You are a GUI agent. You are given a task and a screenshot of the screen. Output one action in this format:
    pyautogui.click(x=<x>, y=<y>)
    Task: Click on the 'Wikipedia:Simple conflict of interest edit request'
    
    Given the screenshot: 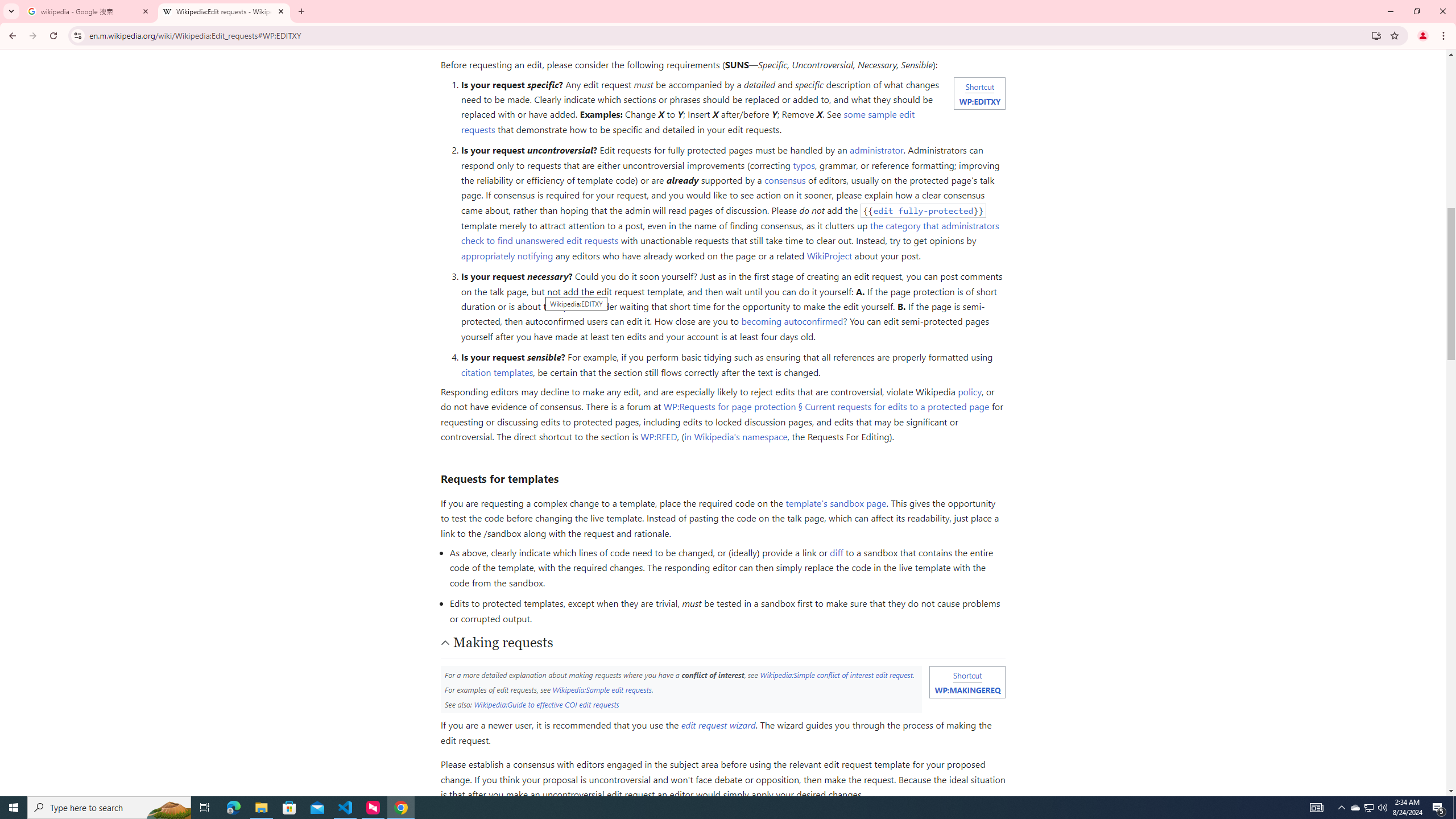 What is the action you would take?
    pyautogui.click(x=835, y=675)
    